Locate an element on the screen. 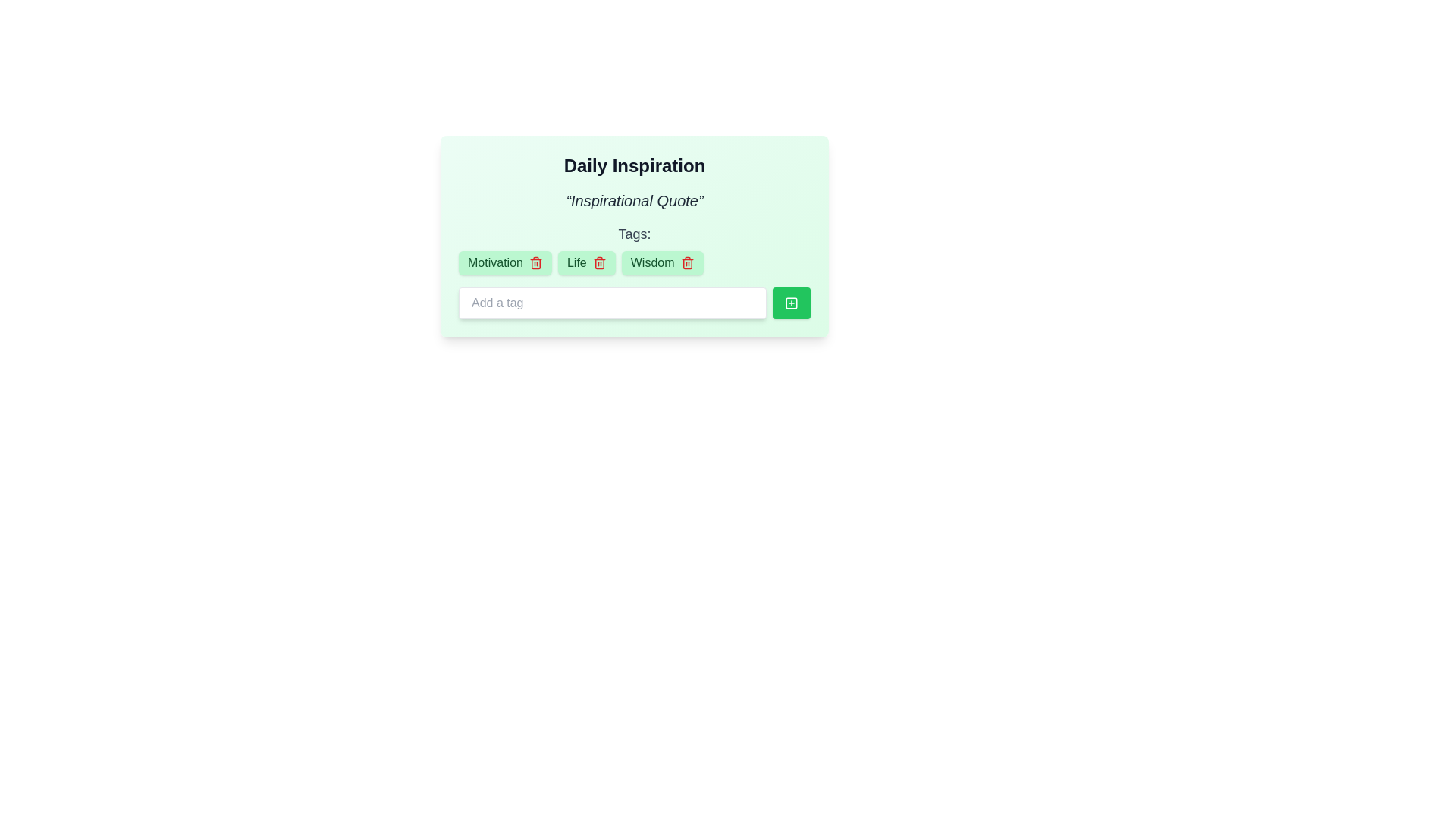 The width and height of the screenshot is (1456, 819). the informational Text Display that presents a quote, located beneath the title 'Daily Inspiration' and above the 'Tags:' section is located at coordinates (634, 200).